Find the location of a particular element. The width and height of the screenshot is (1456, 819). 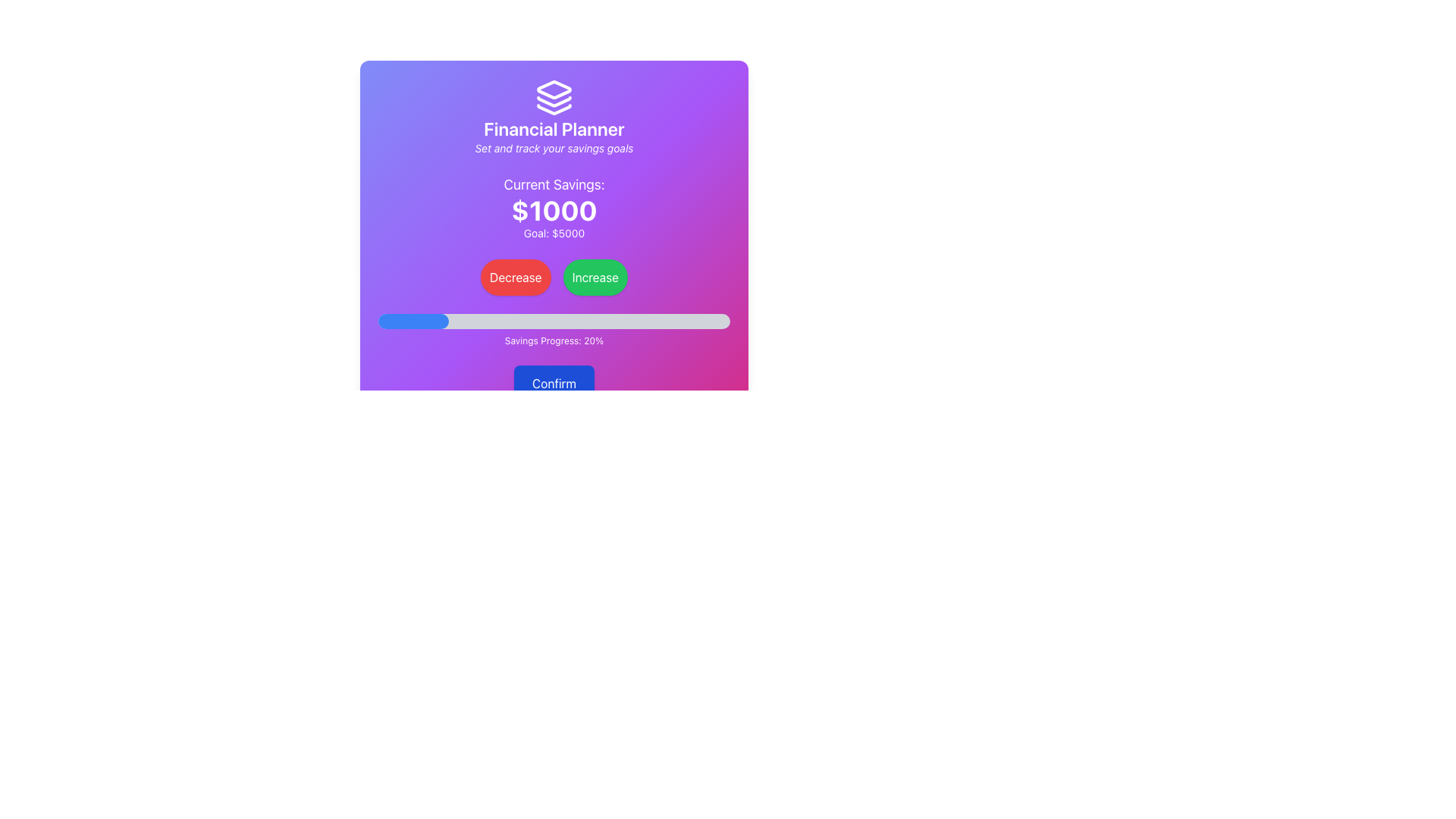

the filled portion of the progress bar which is a blue rectangular bar with rounded edges, visually distinct against a gray background, representing 20% of the savings progress is located at coordinates (413, 321).